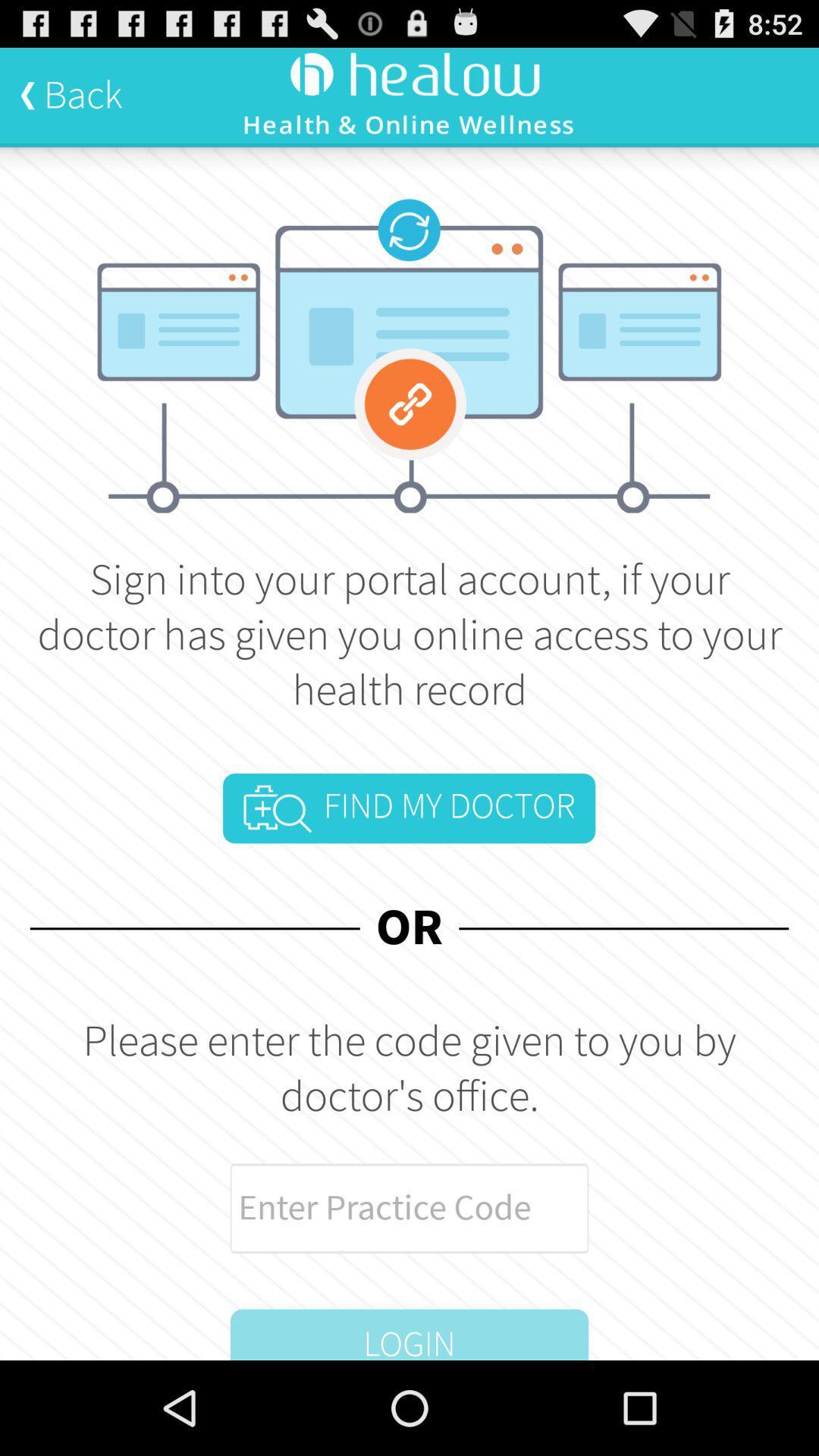  Describe the element at coordinates (408, 808) in the screenshot. I see `the item below the sign into your` at that location.